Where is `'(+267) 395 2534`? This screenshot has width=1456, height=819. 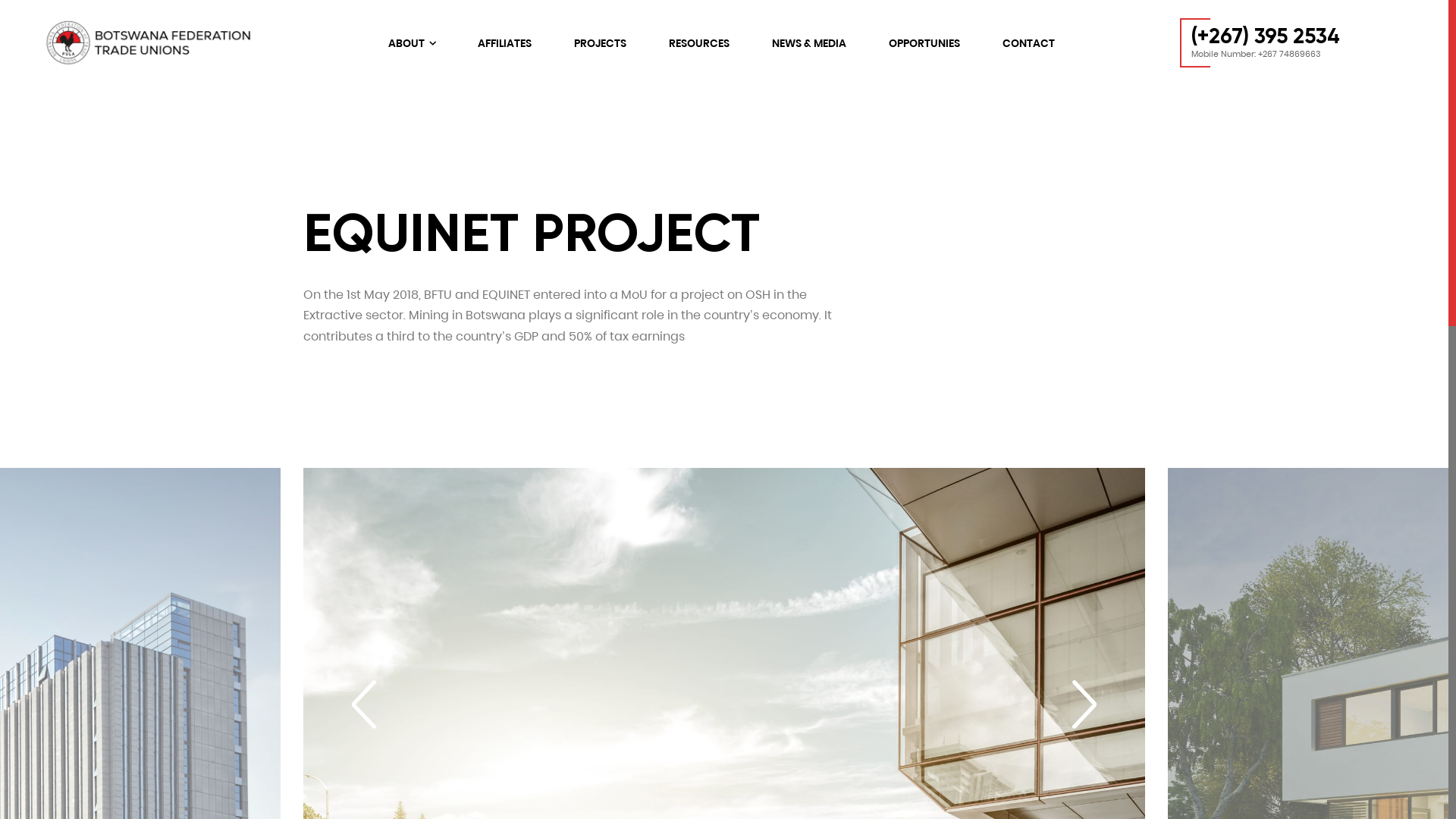 '(+267) 395 2534 is located at coordinates (1178, 42).